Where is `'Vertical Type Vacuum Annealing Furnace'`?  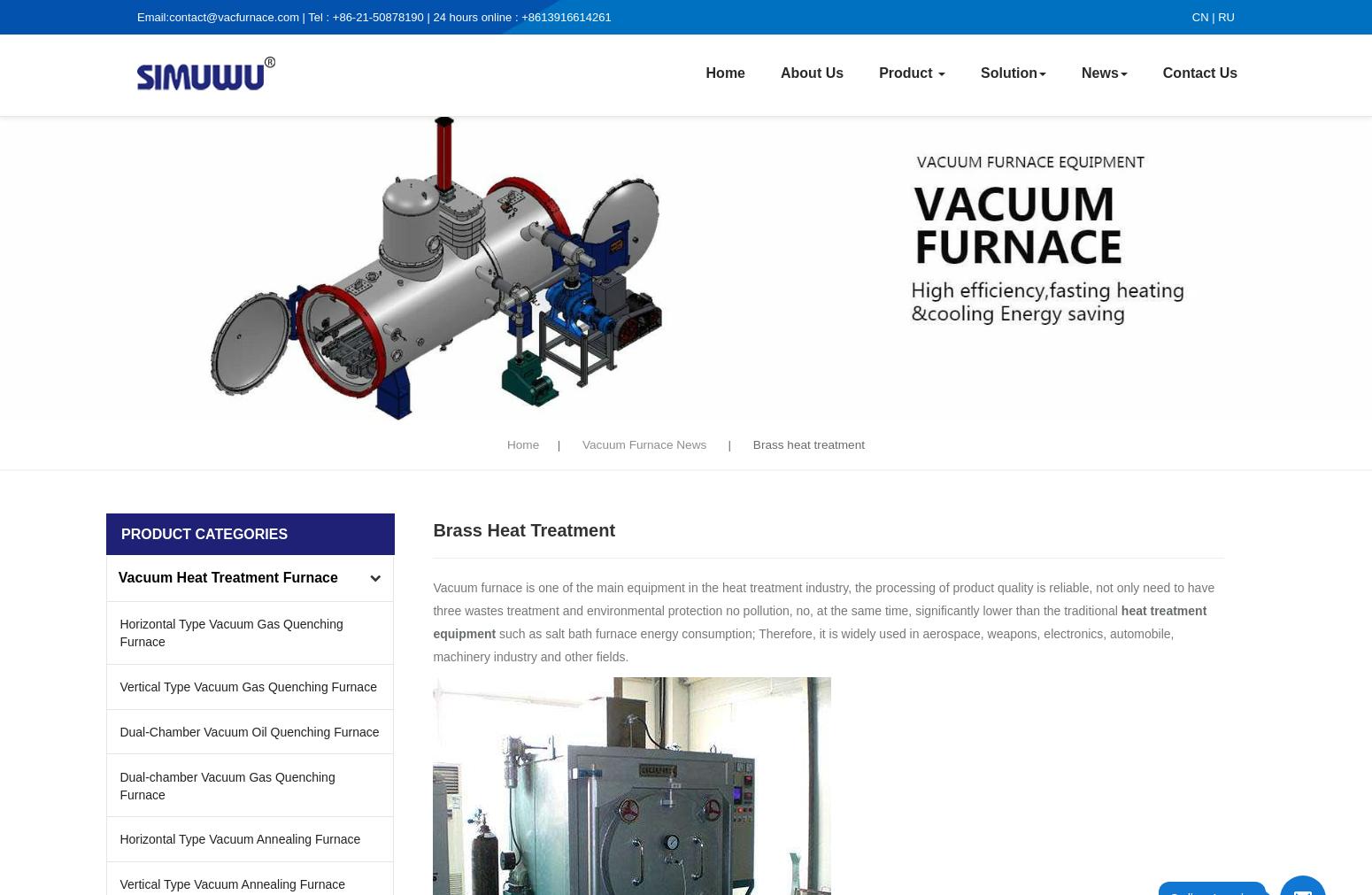
'Vertical Type Vacuum Annealing Furnace' is located at coordinates (119, 883).